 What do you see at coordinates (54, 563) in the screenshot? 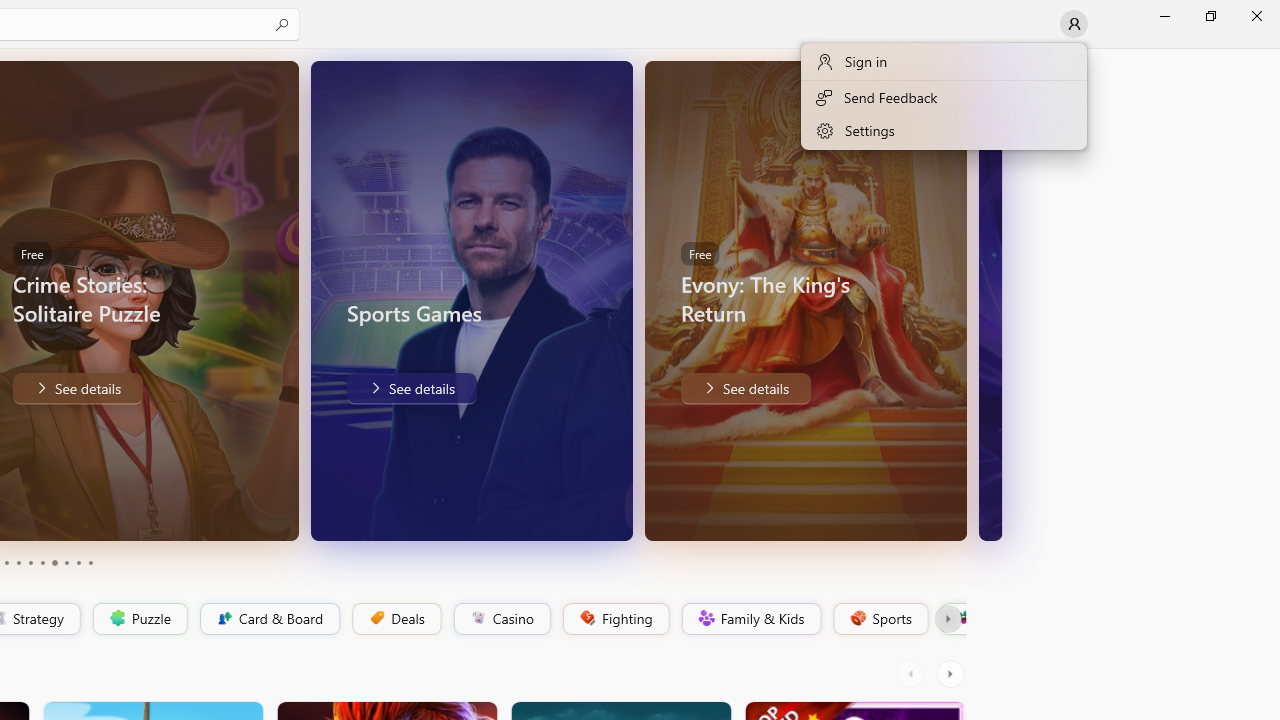
I see `'Page 7'` at bounding box center [54, 563].